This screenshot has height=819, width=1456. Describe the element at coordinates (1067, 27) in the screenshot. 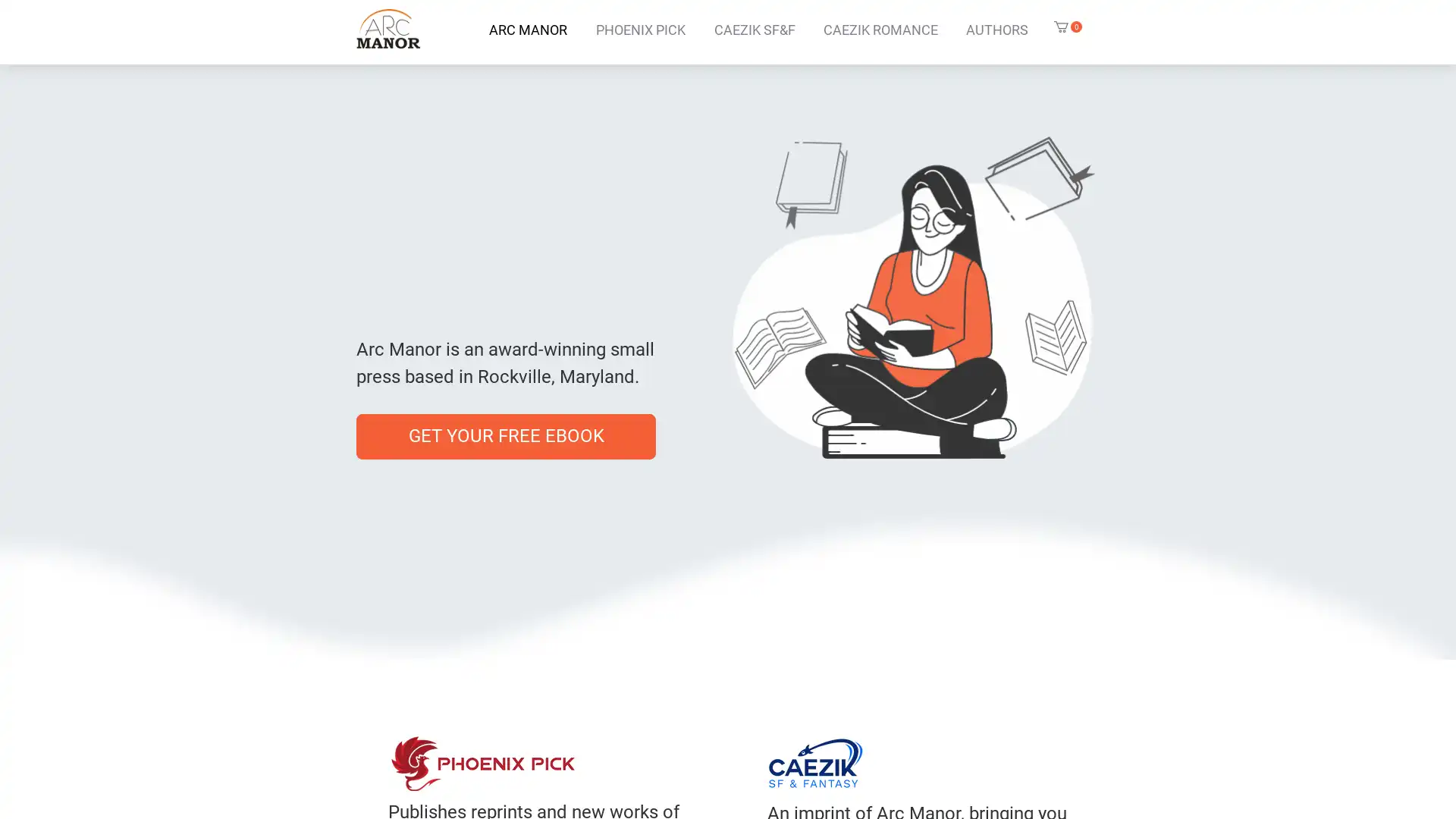

I see `Cart with 0 items` at that location.